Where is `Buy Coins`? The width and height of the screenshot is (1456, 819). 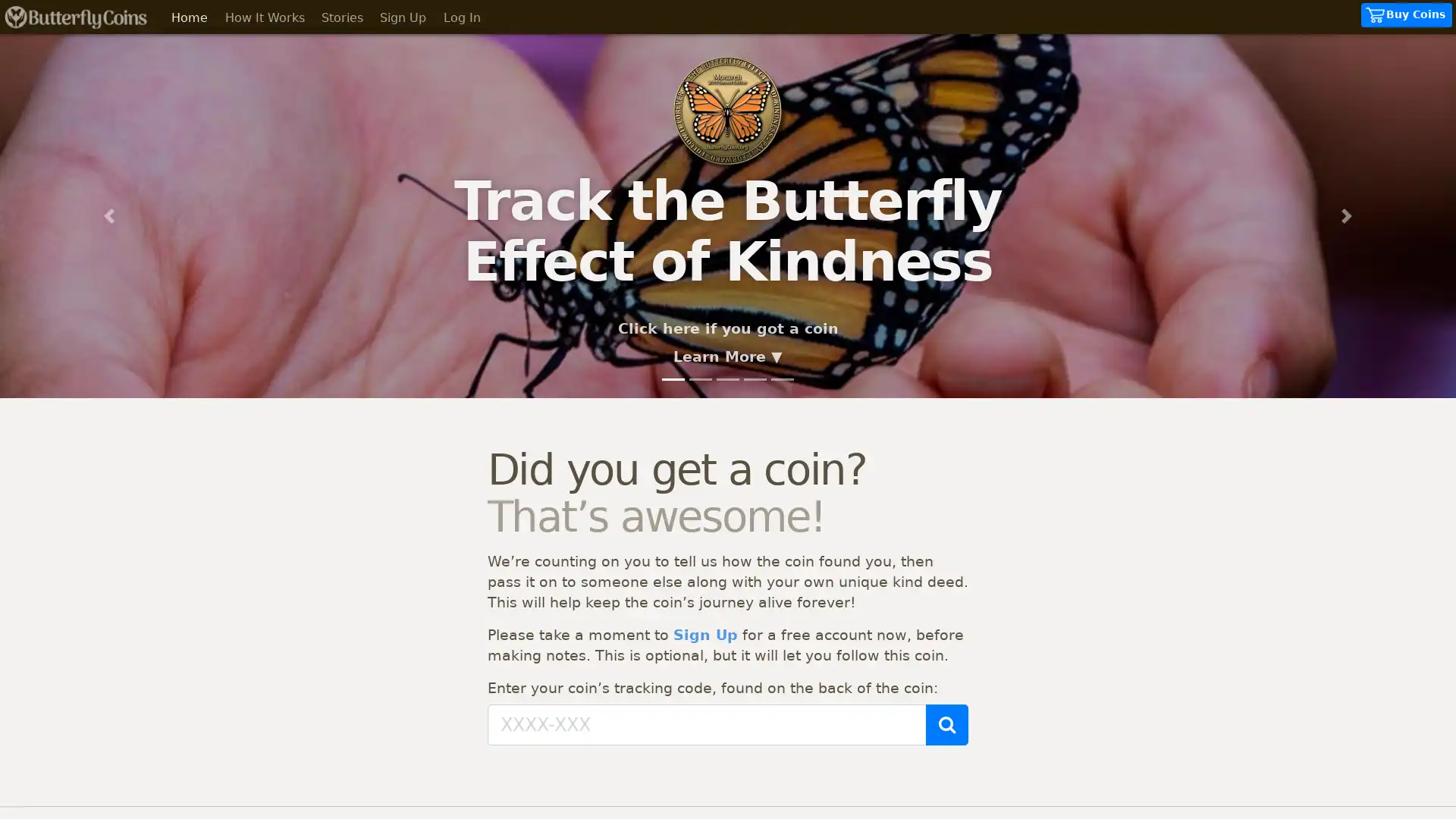
Buy Coins is located at coordinates (1405, 14).